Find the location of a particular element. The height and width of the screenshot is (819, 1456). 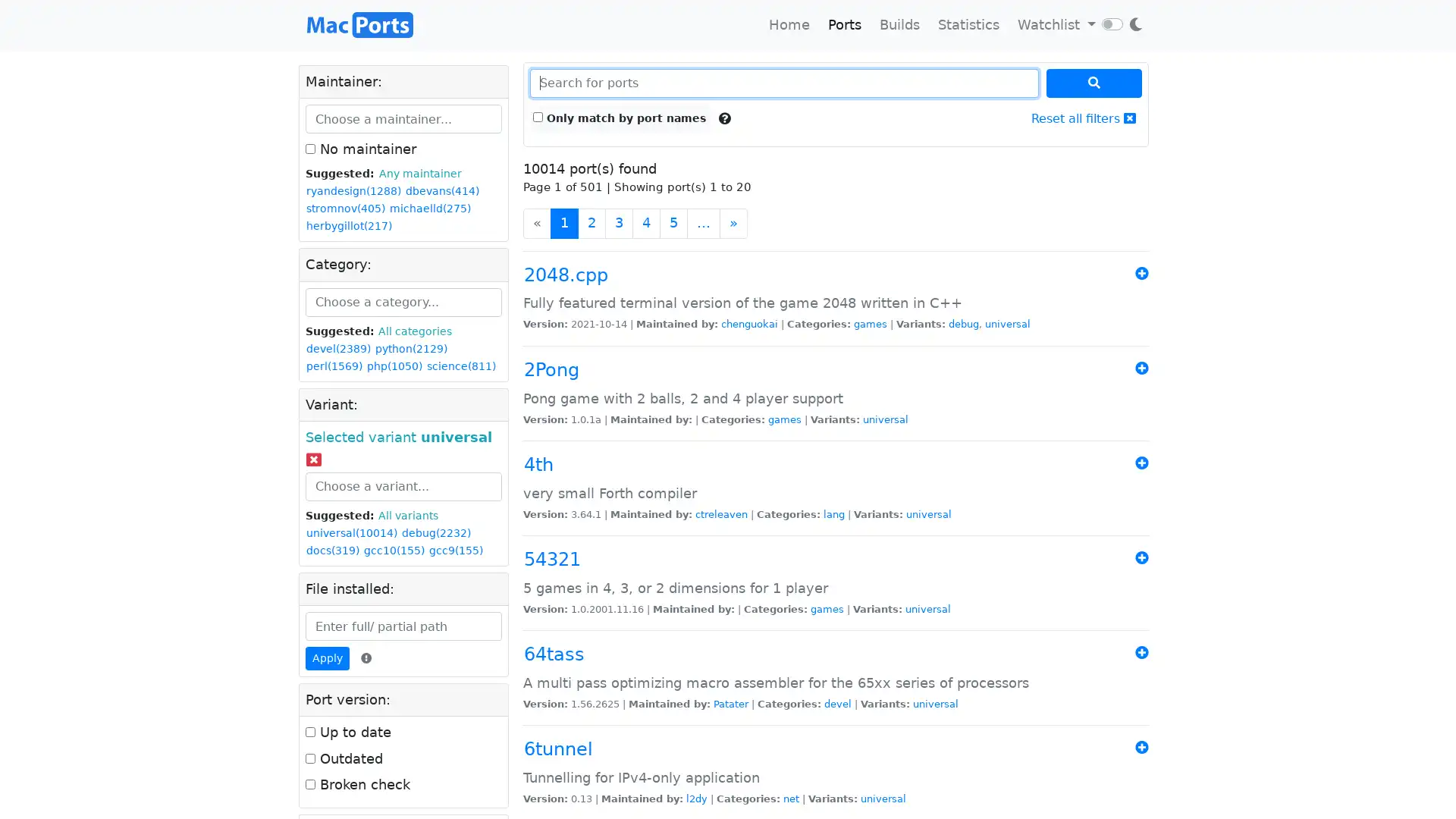

Apply is located at coordinates (327, 657).